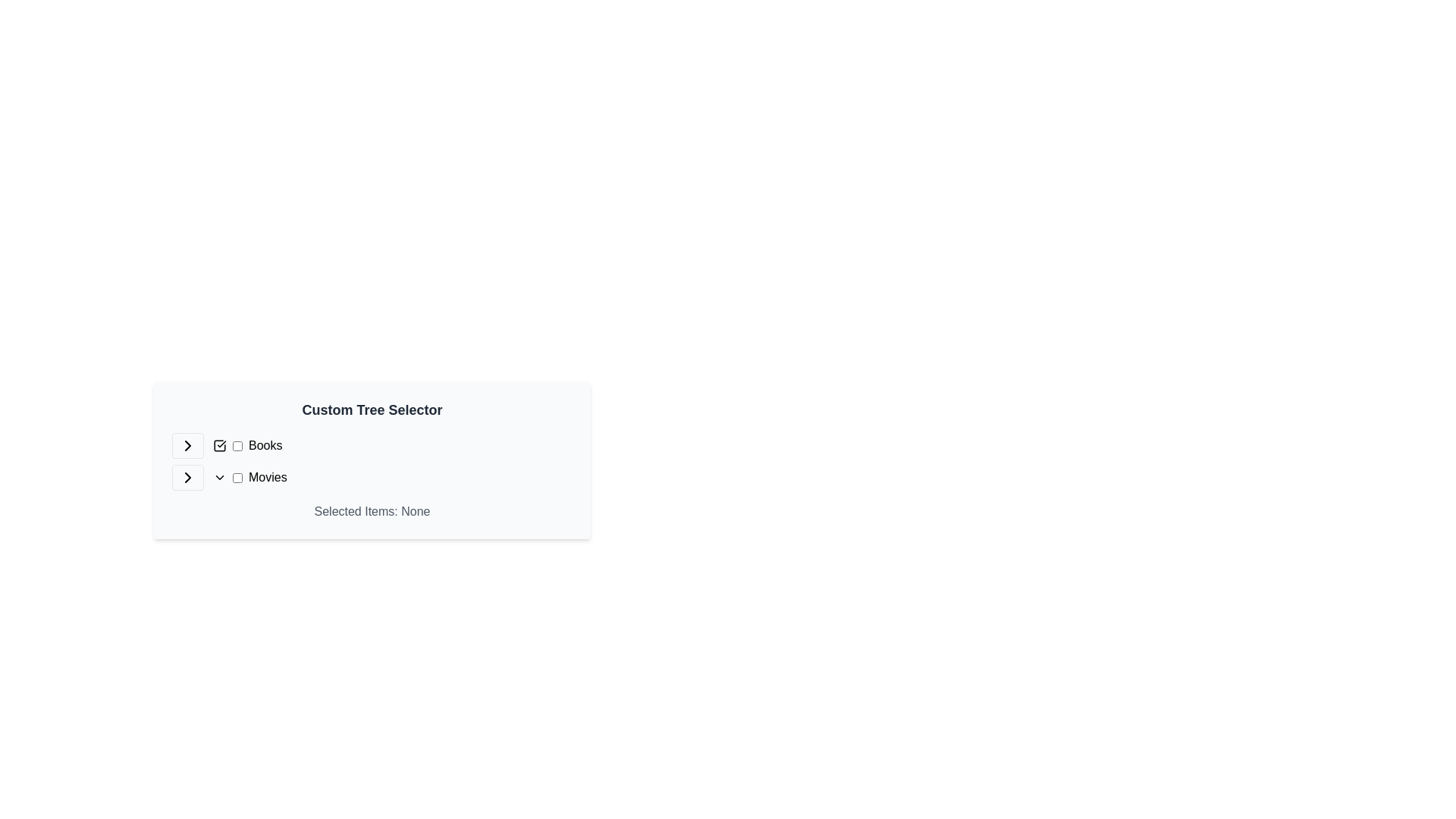 The width and height of the screenshot is (1456, 819). I want to click on the chevron icon button located to the left of the 'Books' label in the 'Custom Tree Selector' section, so click(187, 444).